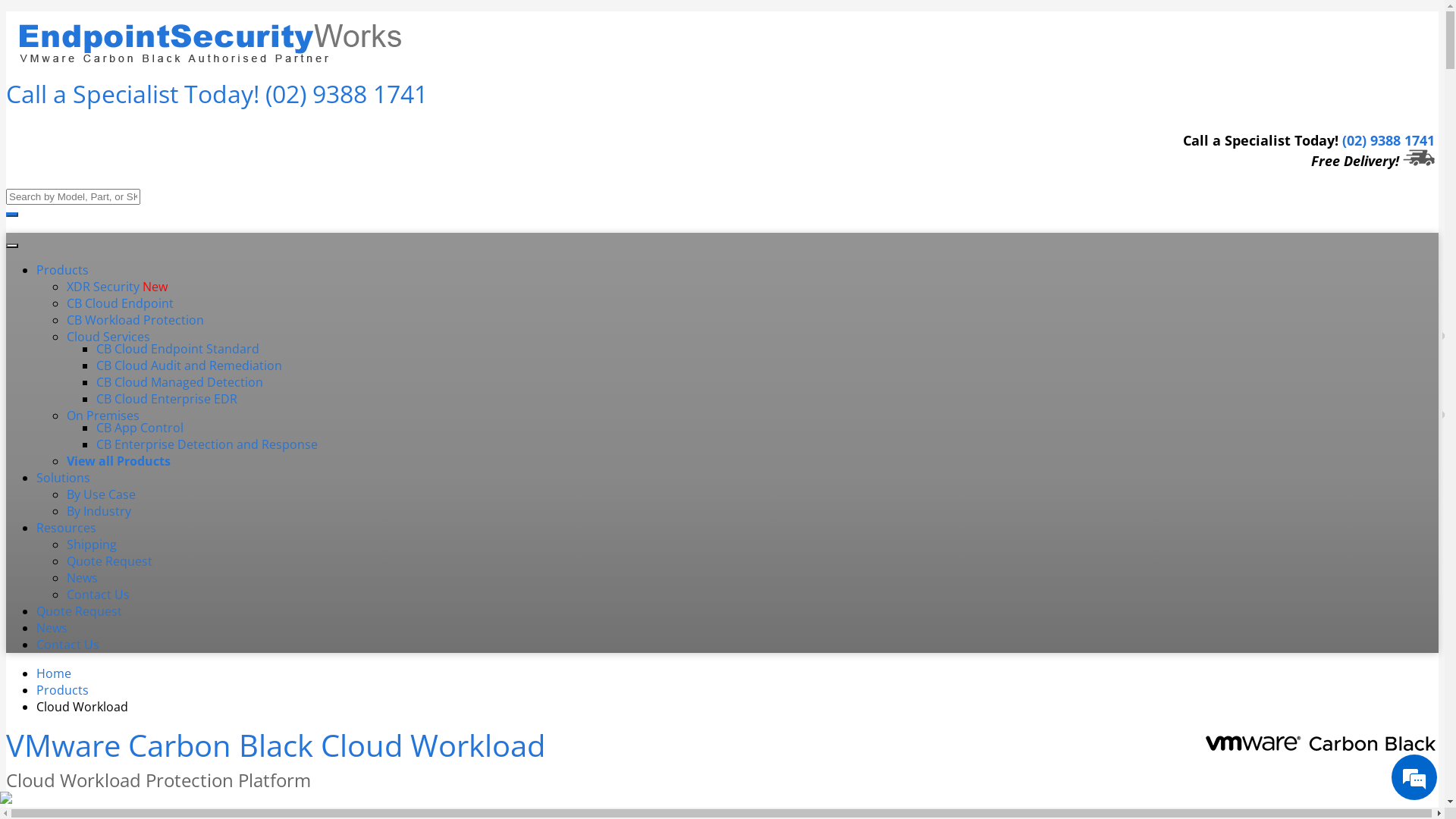 This screenshot has width=1456, height=819. I want to click on 'CB Enterprise Detection and Response', so click(206, 444).